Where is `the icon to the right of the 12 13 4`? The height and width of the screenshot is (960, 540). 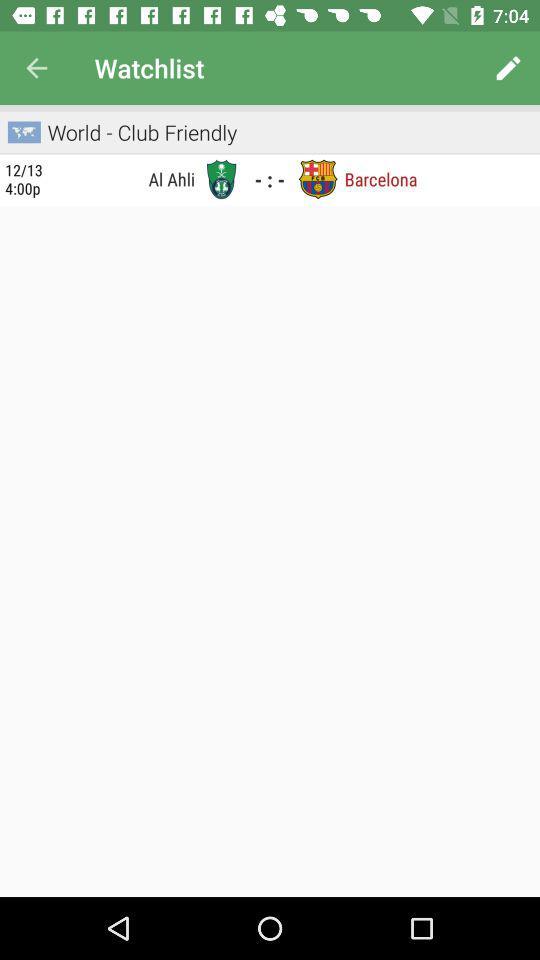 the icon to the right of the 12 13 4 is located at coordinates (125, 178).